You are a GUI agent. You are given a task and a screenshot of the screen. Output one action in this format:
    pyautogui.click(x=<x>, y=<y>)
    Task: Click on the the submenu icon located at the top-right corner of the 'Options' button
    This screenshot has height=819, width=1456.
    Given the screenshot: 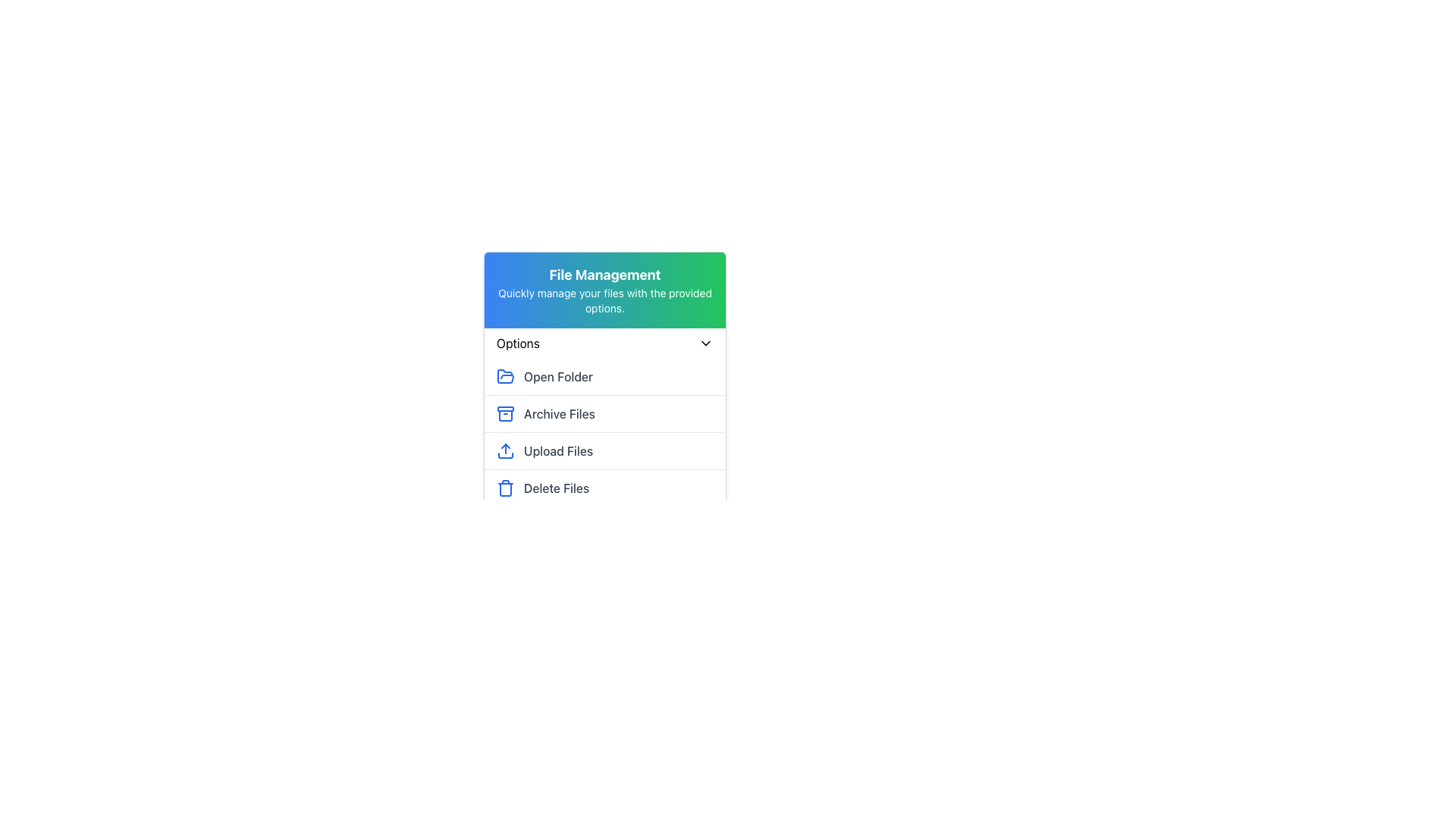 What is the action you would take?
    pyautogui.click(x=705, y=343)
    